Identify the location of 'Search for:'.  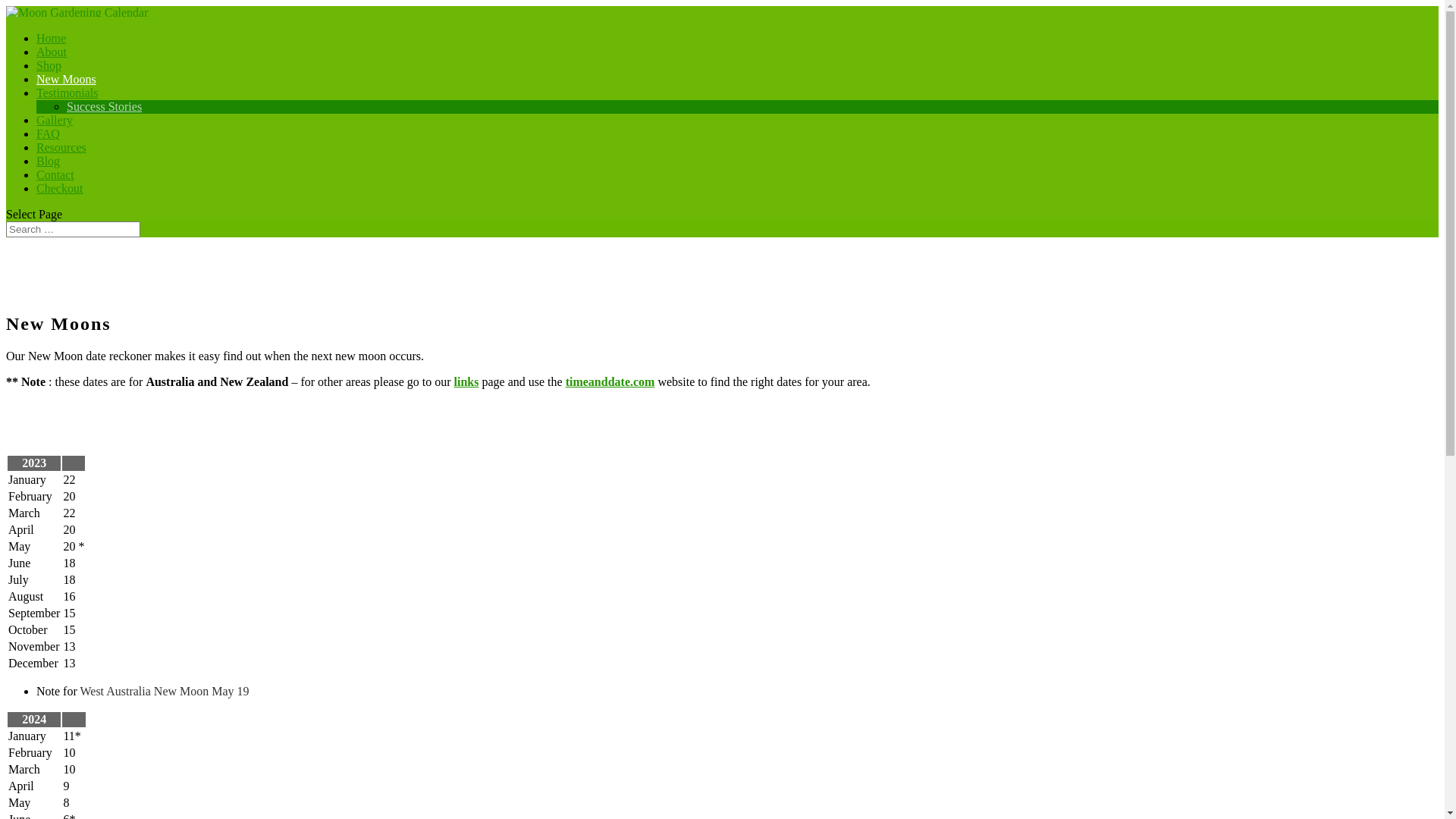
(72, 229).